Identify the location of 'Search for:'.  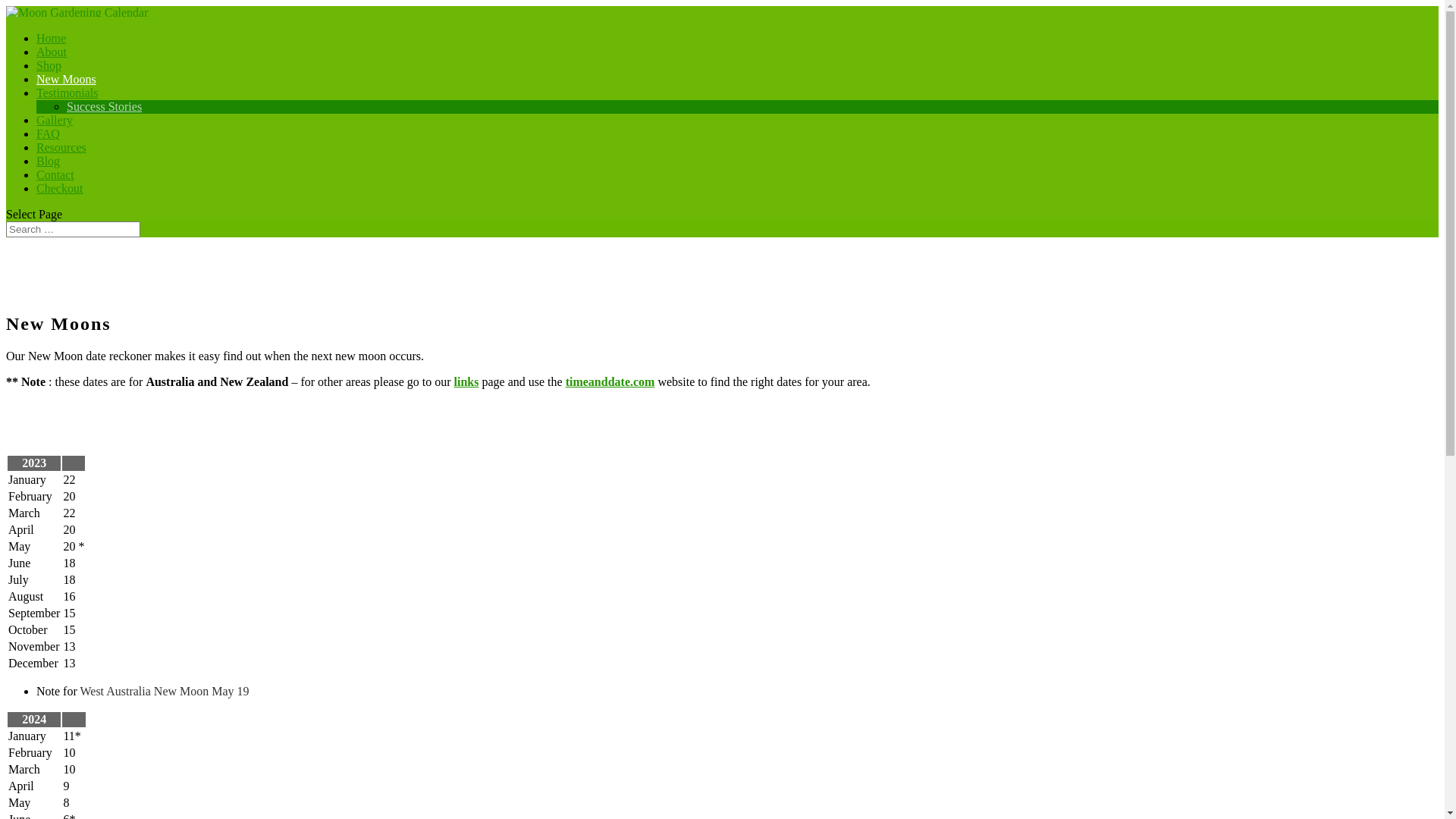
(72, 229).